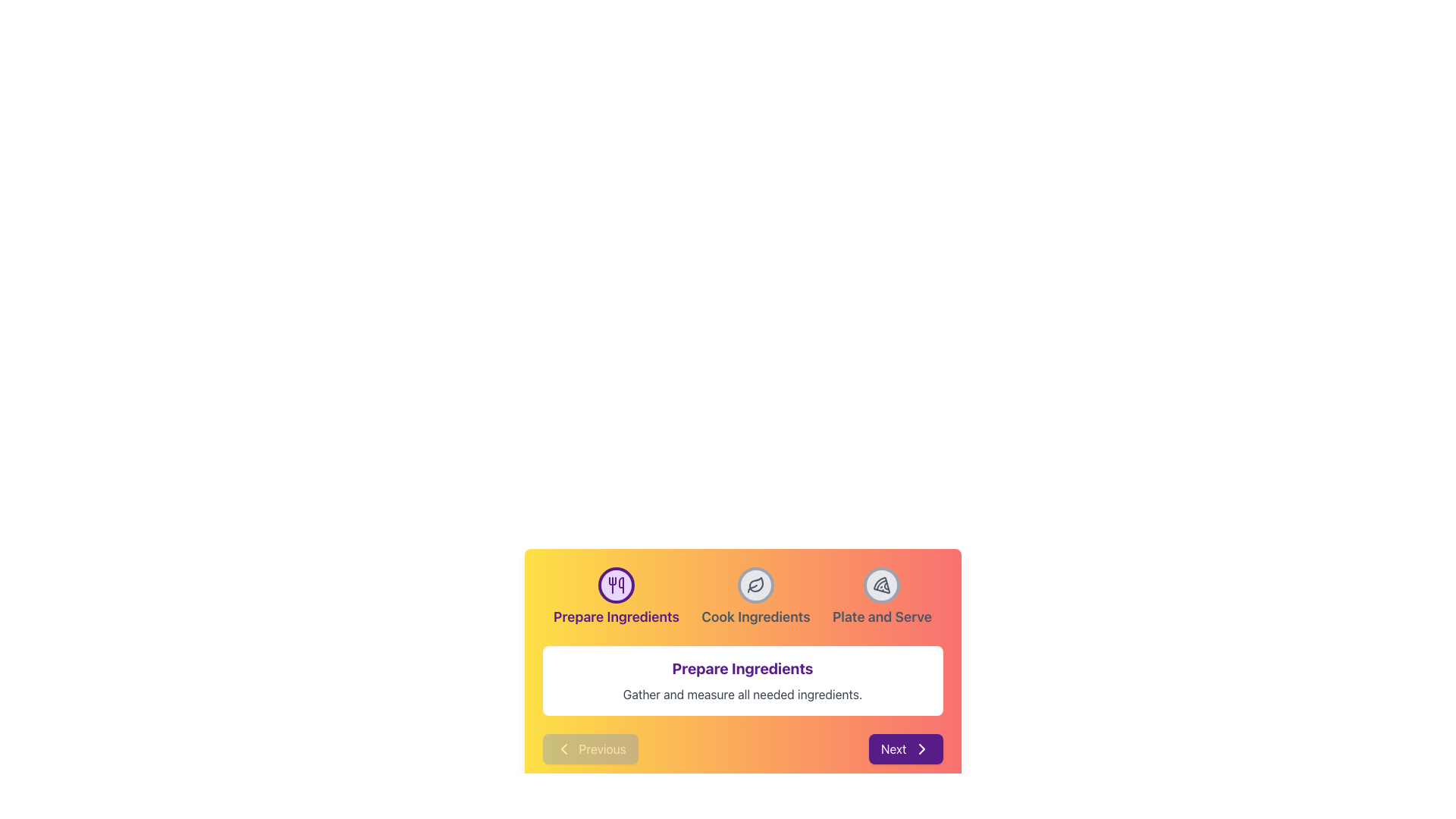  Describe the element at coordinates (563, 748) in the screenshot. I see `within the 'Previous' button that contains the leftward-pointing chevron icon` at that location.